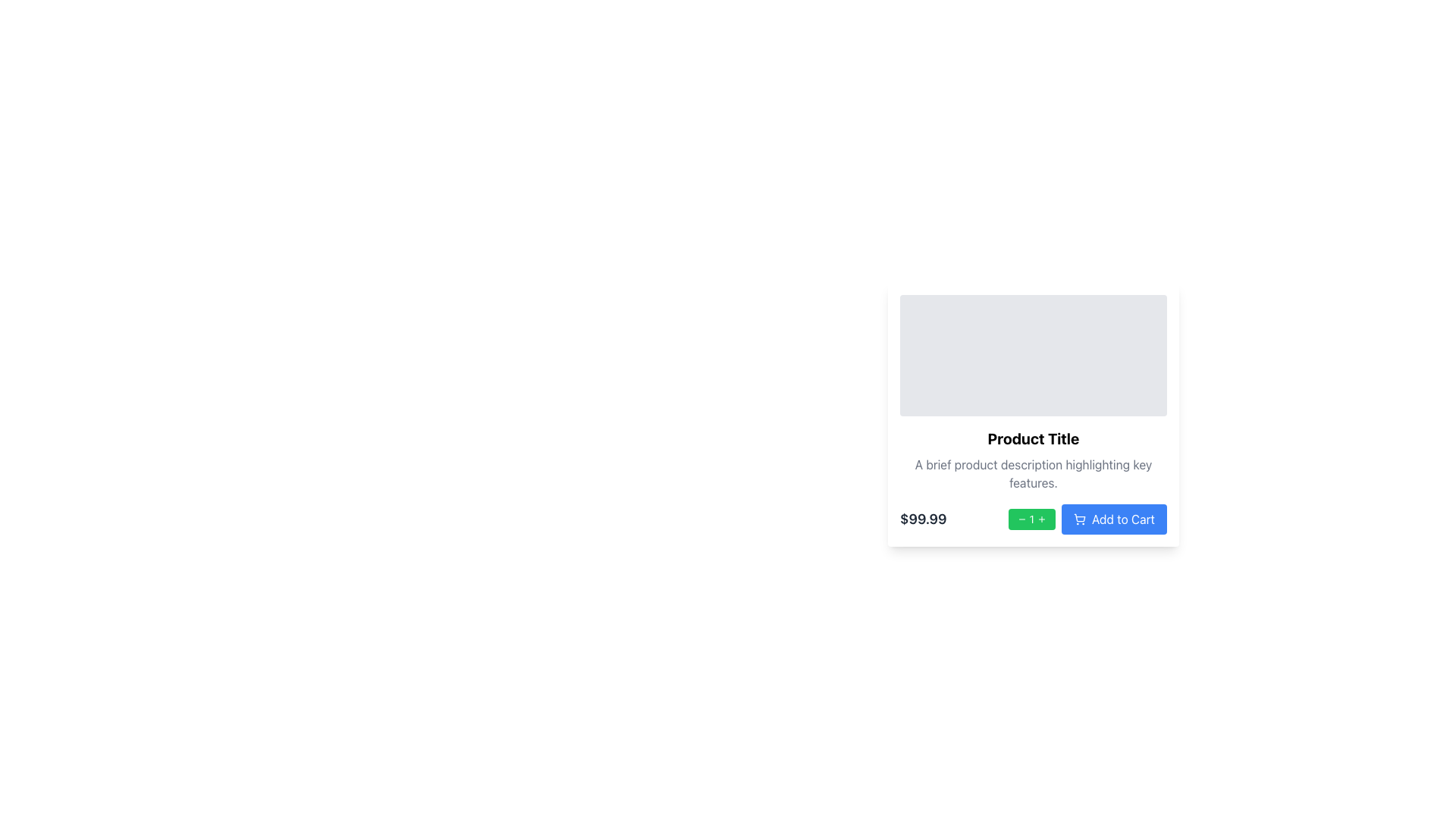 Image resolution: width=1456 pixels, height=819 pixels. Describe the element at coordinates (1031, 519) in the screenshot. I see `the static text displaying the current numeric value within the numeric input field, which is flanked by minus and plus symbols, located next to the price and 'Add to Cart' button` at that location.